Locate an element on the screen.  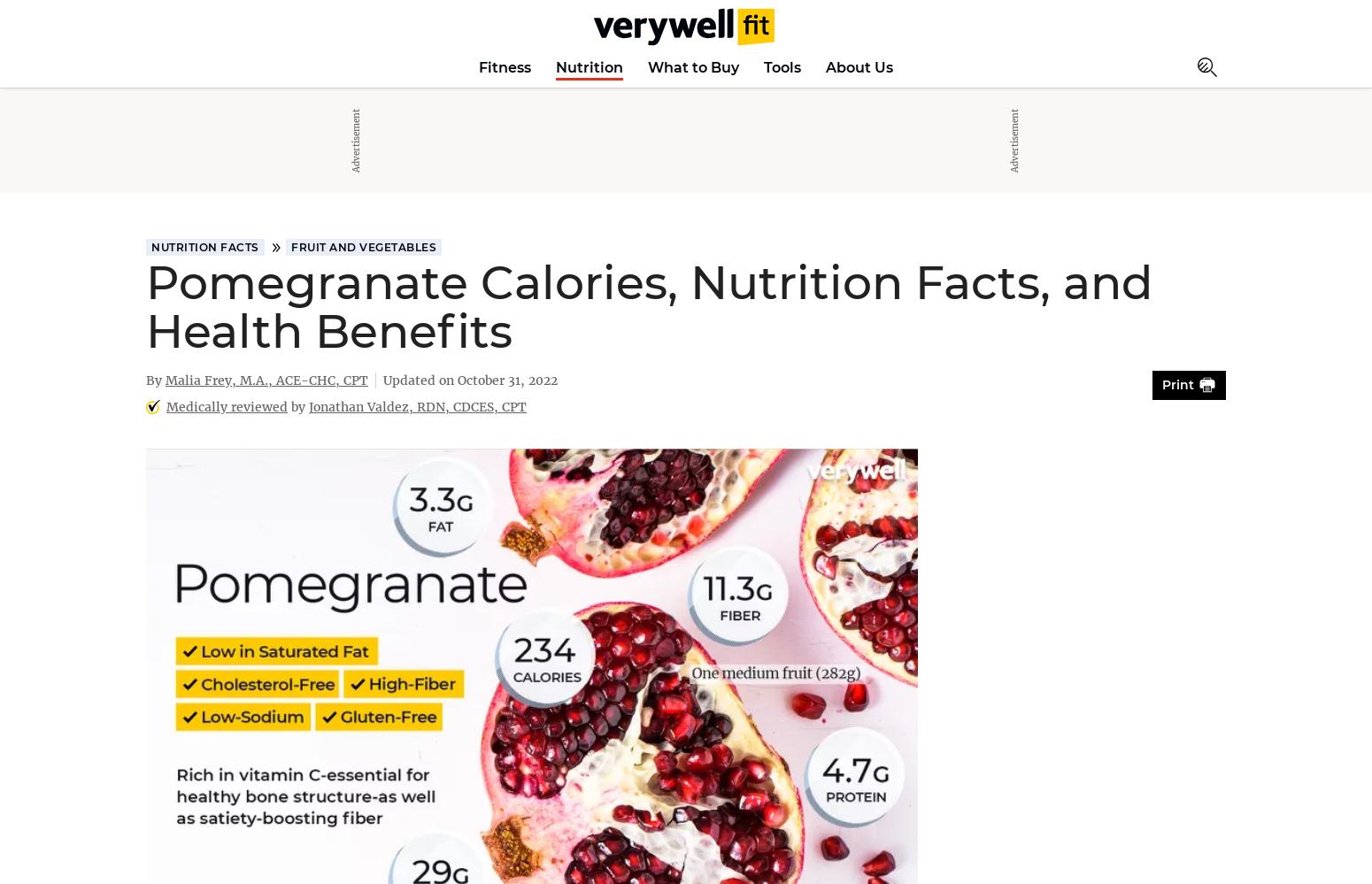
'Updated on October 31, 2022' is located at coordinates (469, 379).